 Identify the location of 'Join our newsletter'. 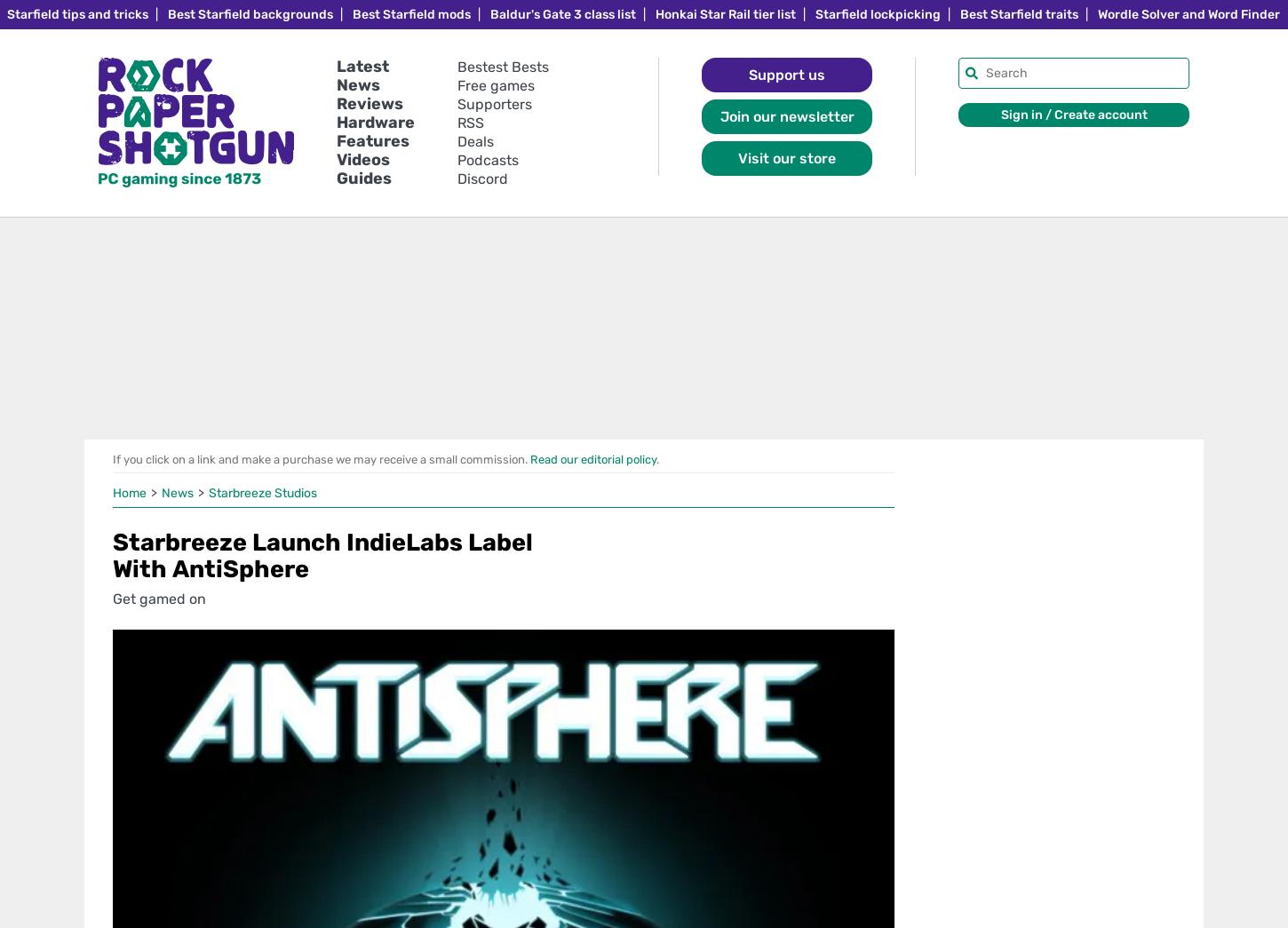
(785, 115).